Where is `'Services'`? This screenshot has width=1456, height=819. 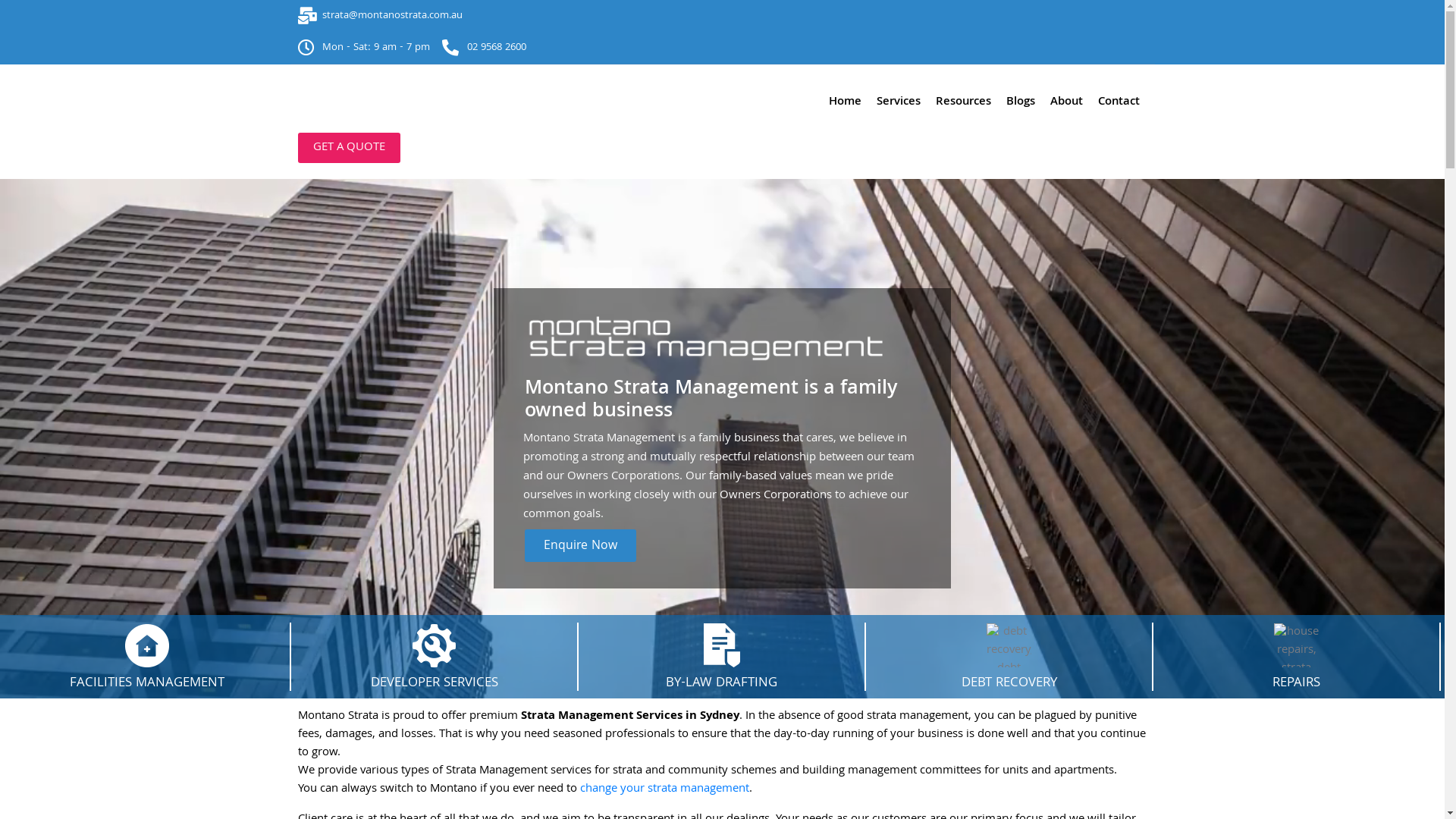 'Services' is located at coordinates (899, 102).